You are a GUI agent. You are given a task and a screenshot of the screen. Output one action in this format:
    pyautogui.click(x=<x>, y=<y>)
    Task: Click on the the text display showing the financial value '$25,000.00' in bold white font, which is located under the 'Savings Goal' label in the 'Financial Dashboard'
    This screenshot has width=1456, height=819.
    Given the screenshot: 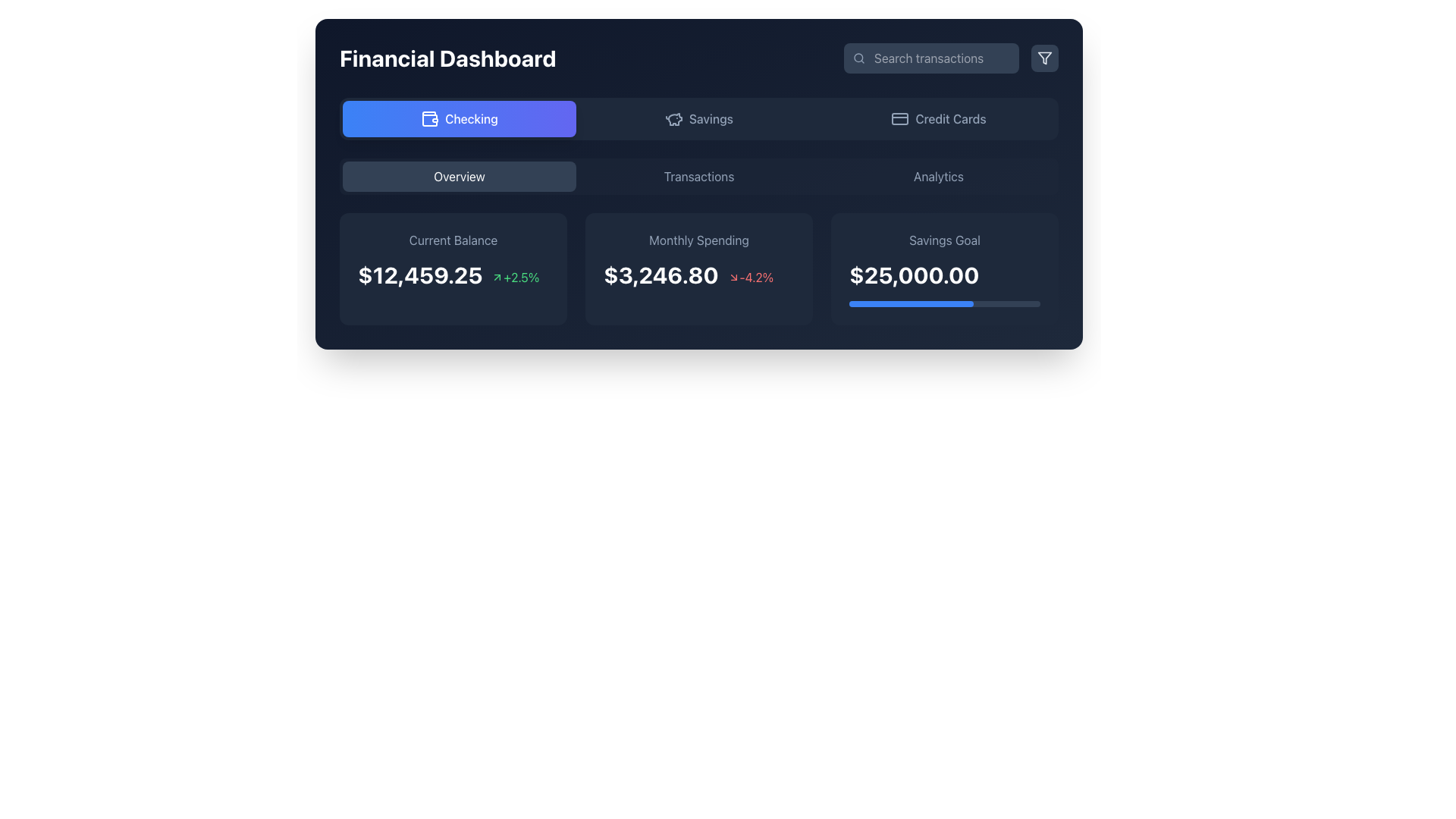 What is the action you would take?
    pyautogui.click(x=944, y=275)
    